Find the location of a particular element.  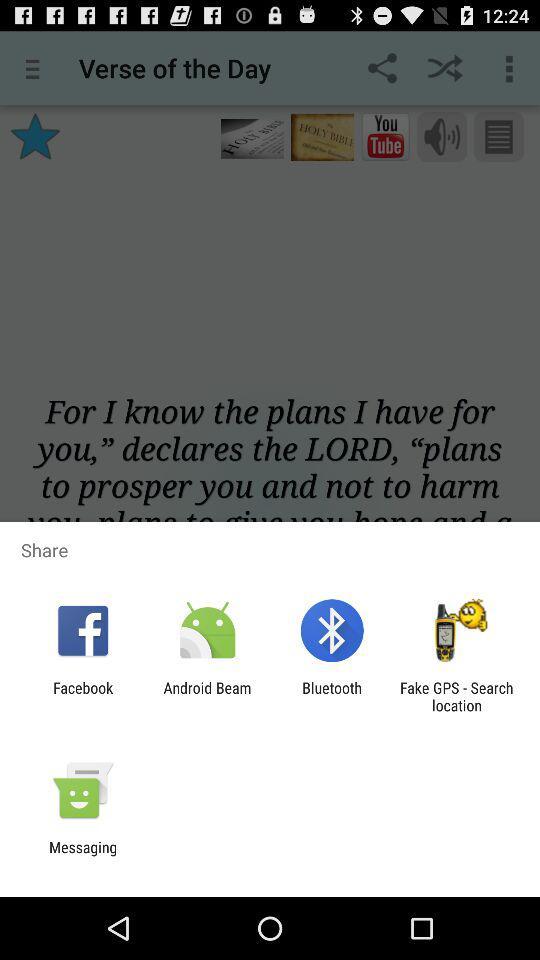

the bluetooth icon is located at coordinates (332, 696).